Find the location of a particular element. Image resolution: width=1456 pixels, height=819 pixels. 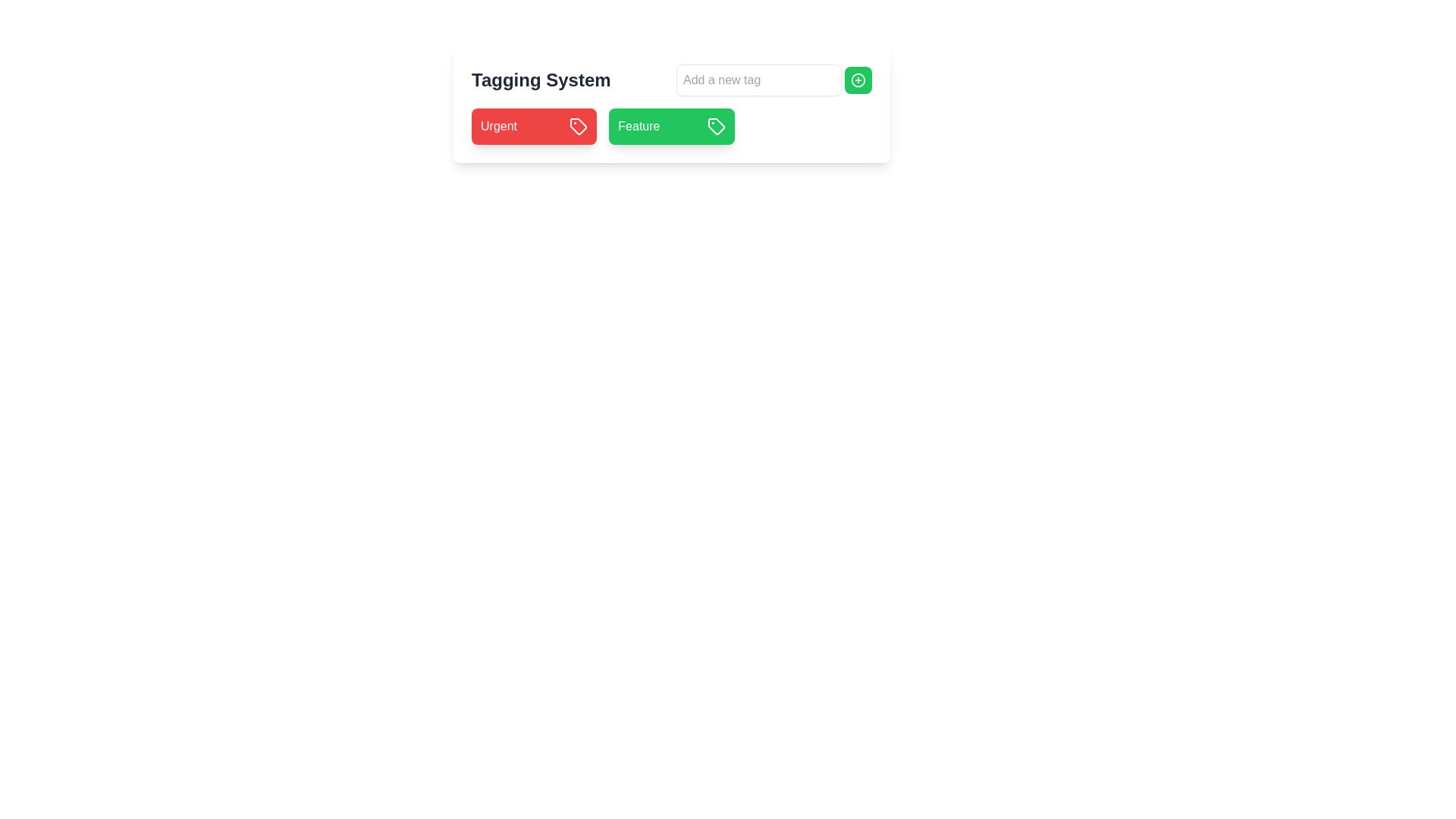

the tag labeled Feature is located at coordinates (638, 125).